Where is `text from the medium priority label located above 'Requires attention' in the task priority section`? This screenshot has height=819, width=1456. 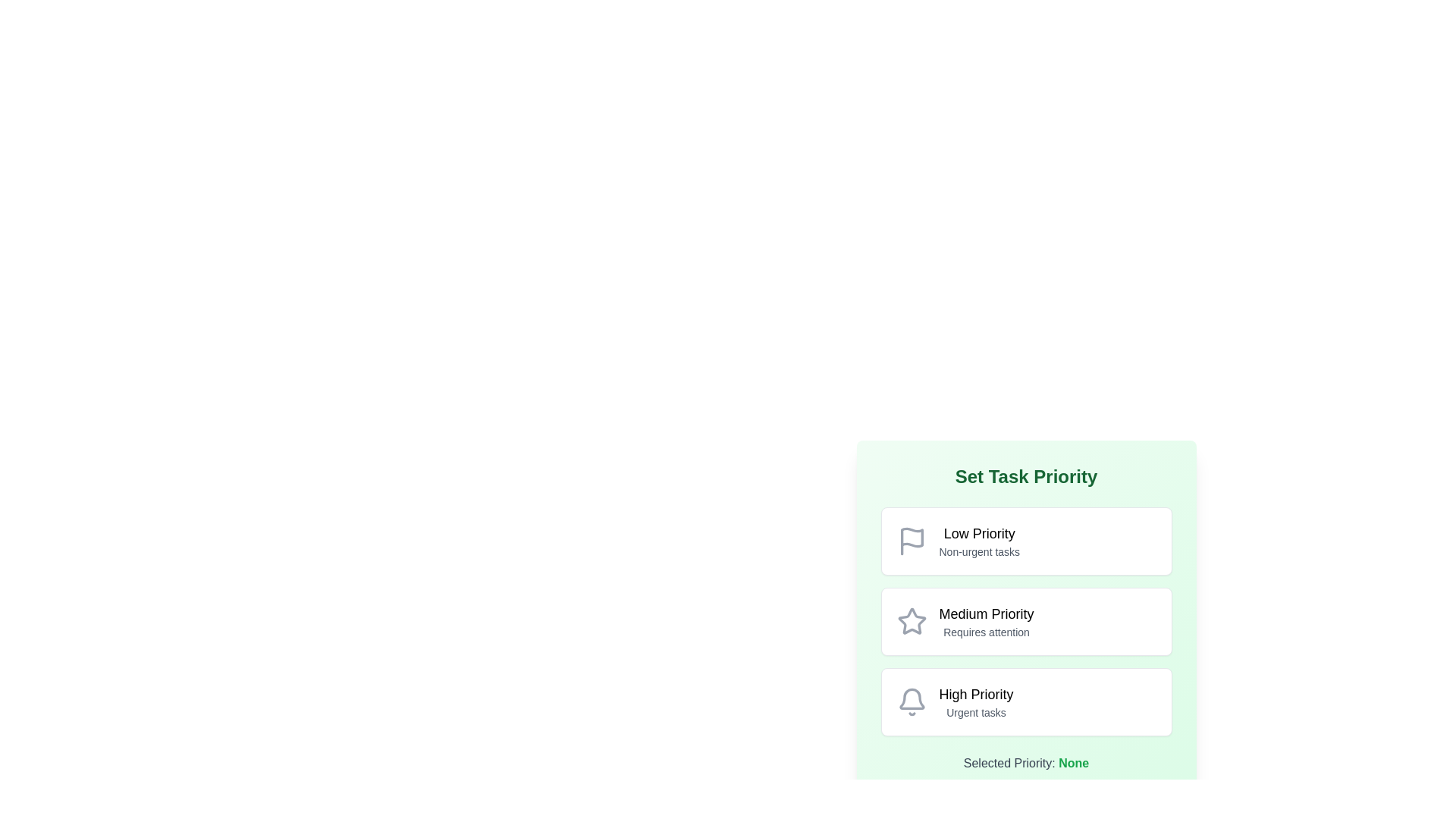
text from the medium priority label located above 'Requires attention' in the task priority section is located at coordinates (986, 614).